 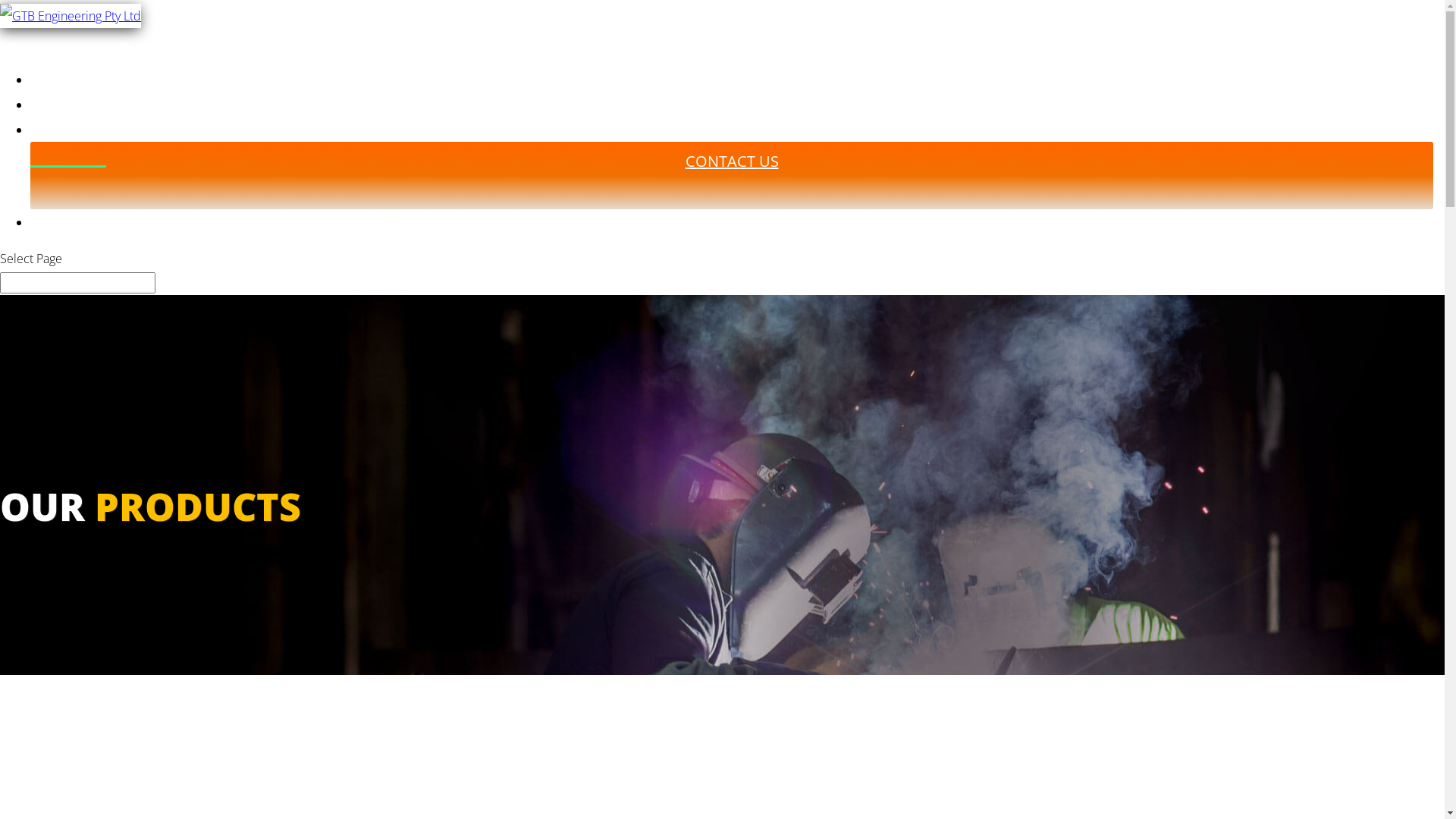 What do you see at coordinates (52, 91) in the screenshot?
I see `'HOME'` at bounding box center [52, 91].